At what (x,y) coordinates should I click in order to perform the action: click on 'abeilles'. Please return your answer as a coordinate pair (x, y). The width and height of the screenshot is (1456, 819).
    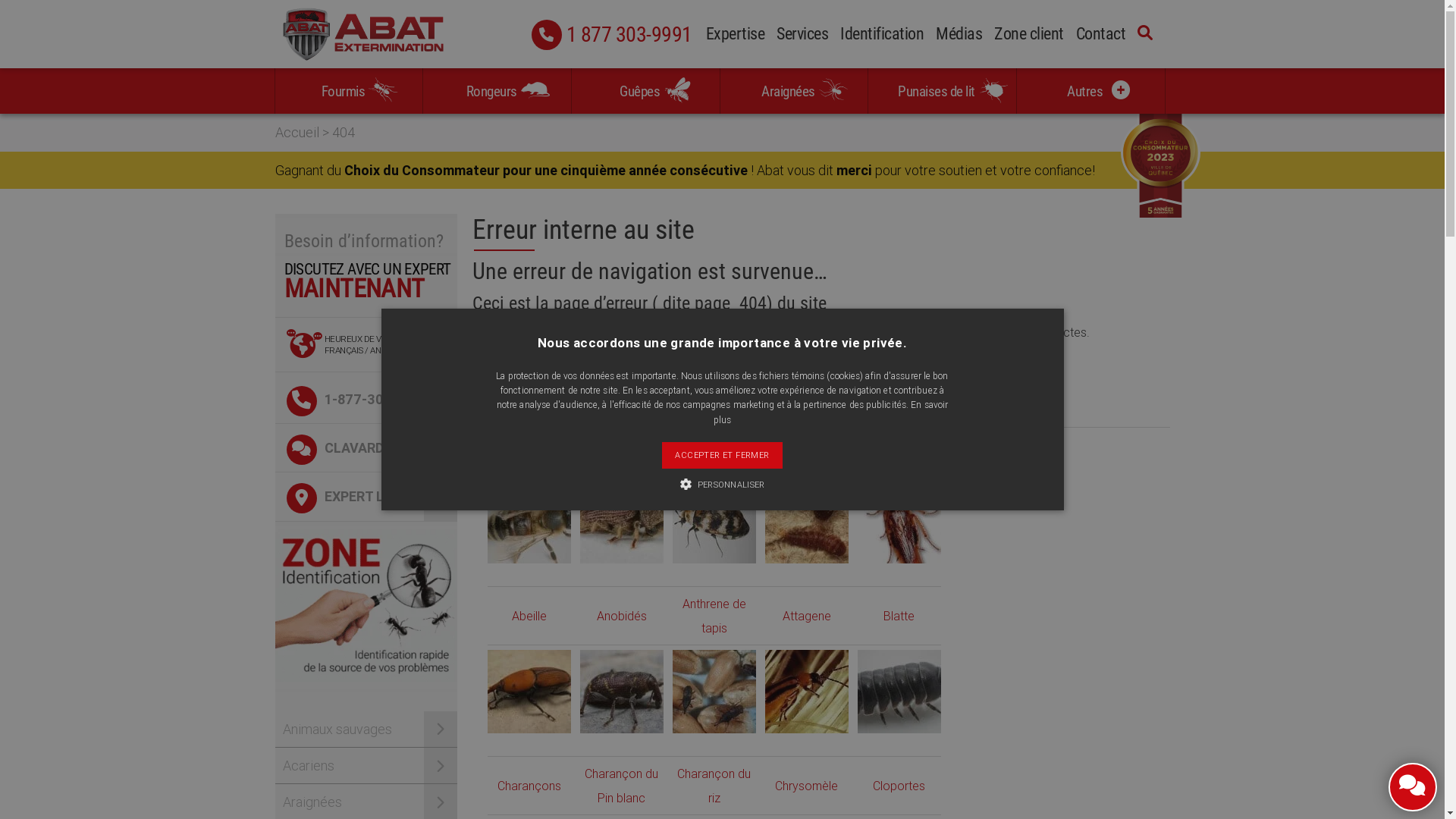
    Looking at the image, I should click on (528, 520).